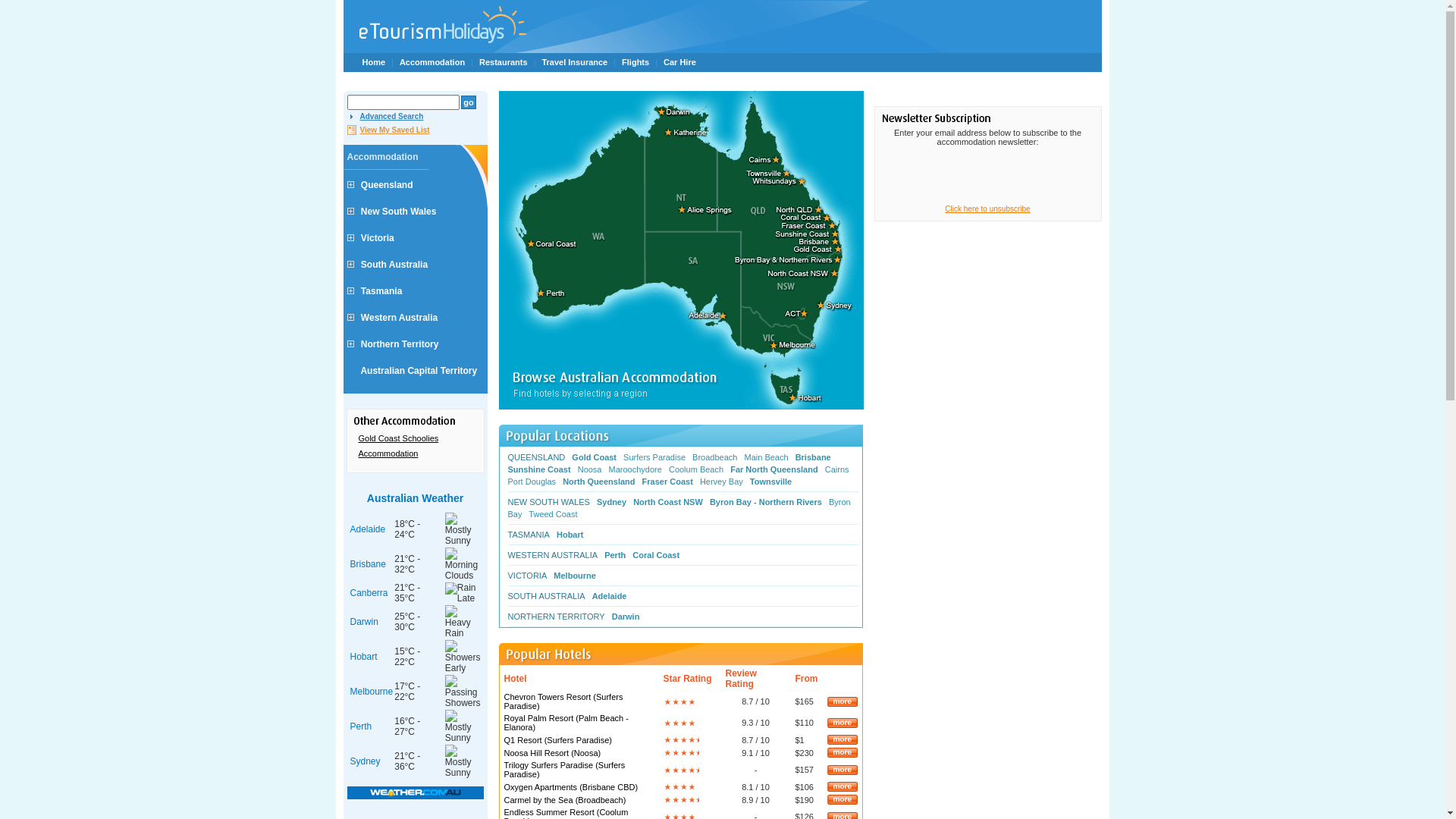 The image size is (1456, 819). I want to click on 'Maroochydore', so click(637, 468).